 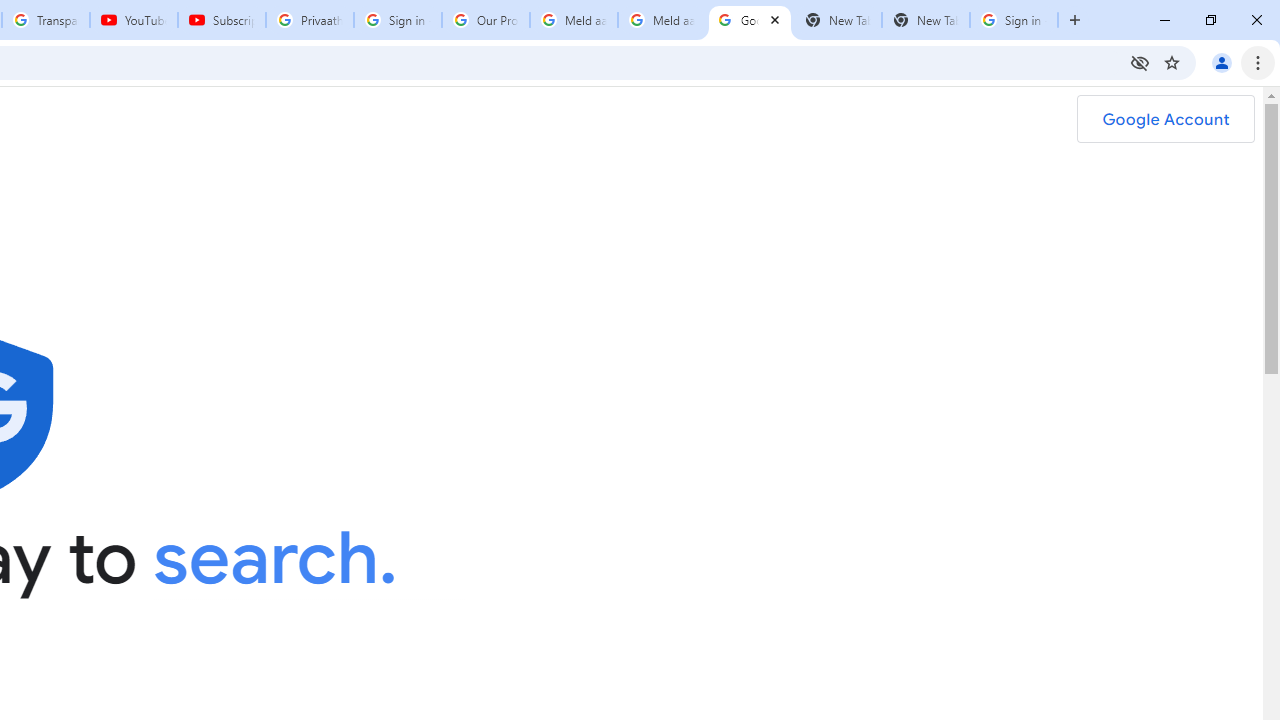 What do you see at coordinates (749, 20) in the screenshot?
I see `'Google Safety Center - Stay Safer Online'` at bounding box center [749, 20].